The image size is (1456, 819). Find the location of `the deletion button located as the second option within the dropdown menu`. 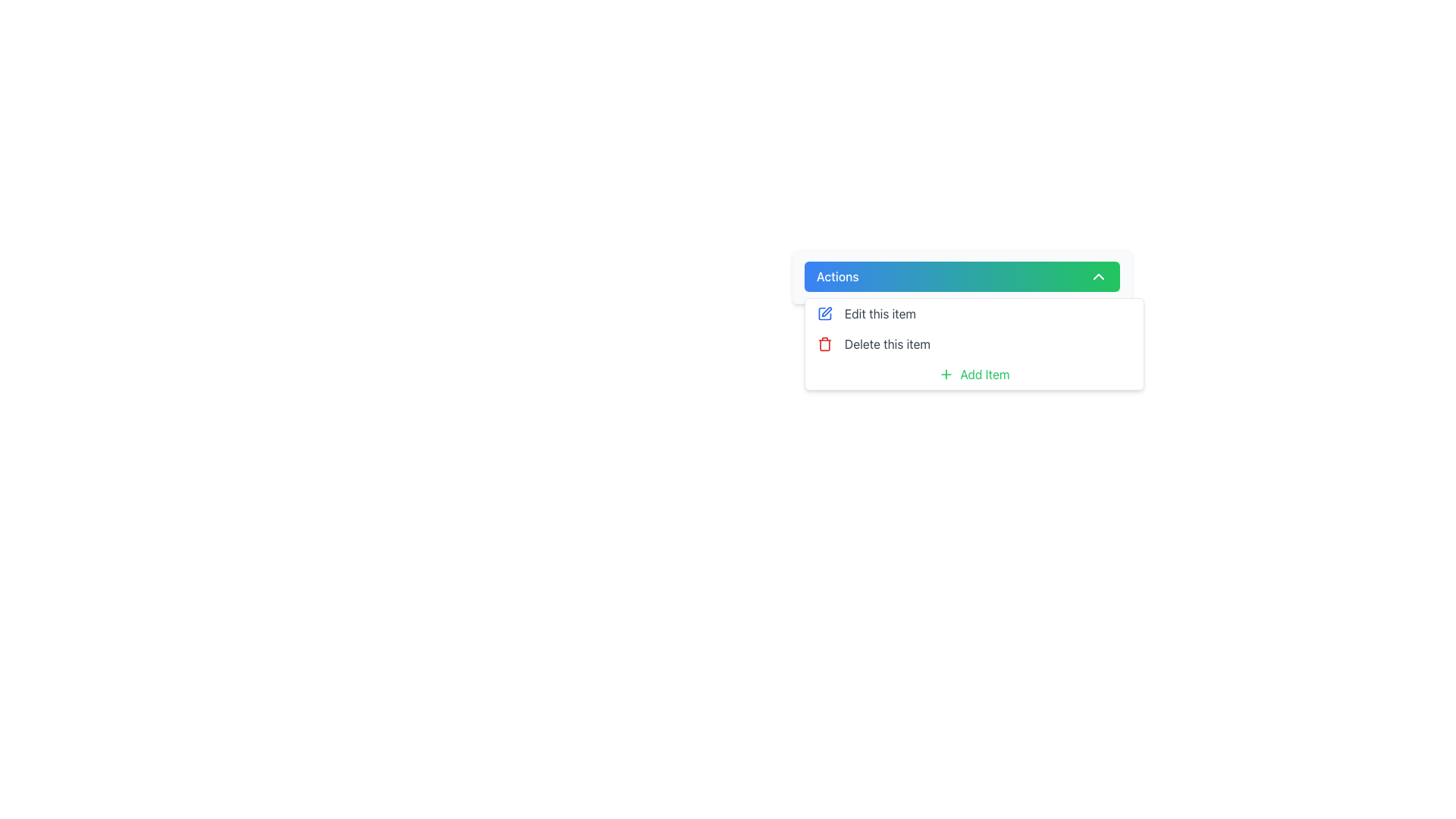

the deletion button located as the second option within the dropdown menu is located at coordinates (974, 344).